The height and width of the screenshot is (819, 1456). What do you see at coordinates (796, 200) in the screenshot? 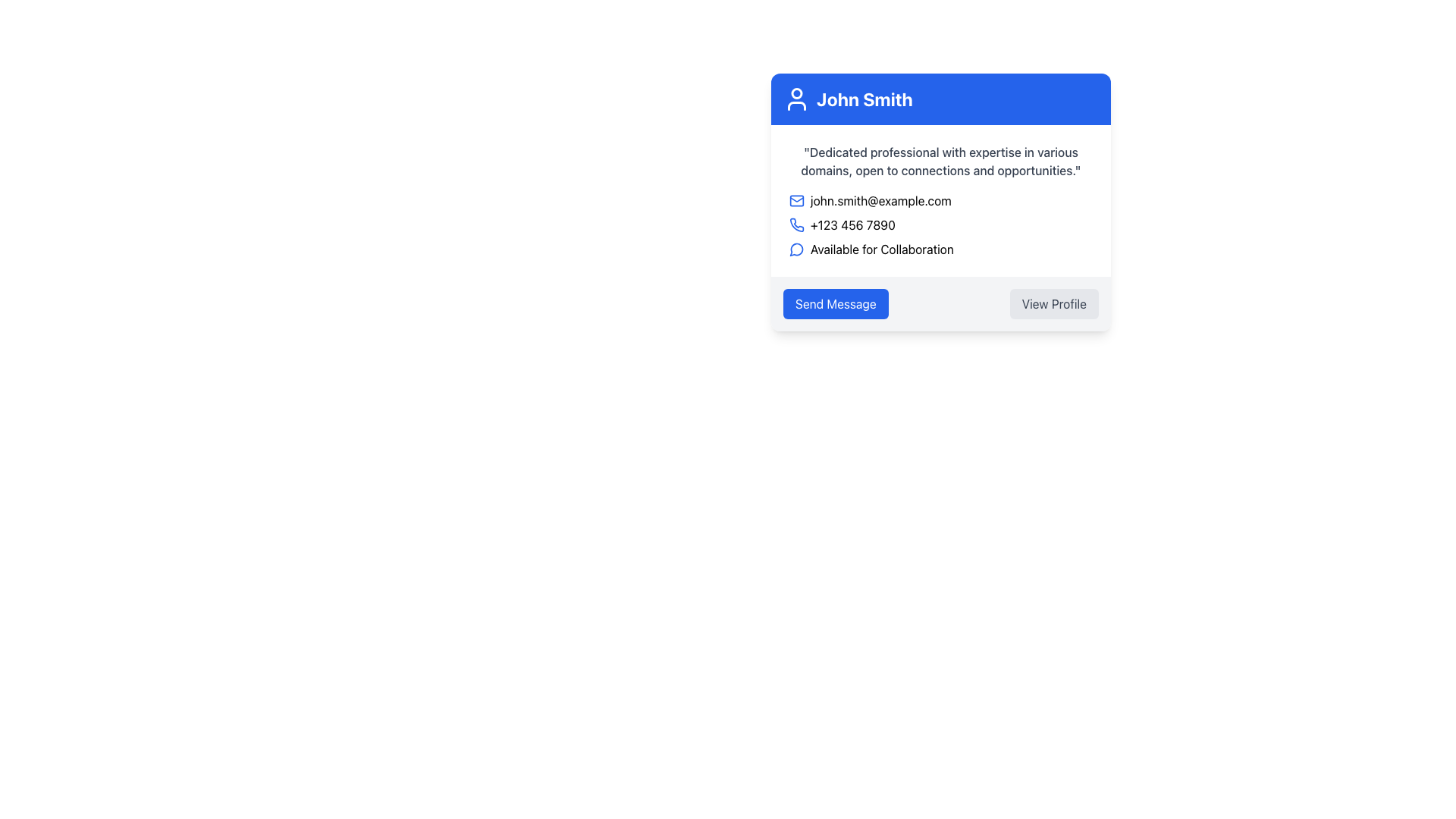
I see `the blue envelope icon located to the left of the email address 'john.smith@example.com' to indicate email functionality` at bounding box center [796, 200].